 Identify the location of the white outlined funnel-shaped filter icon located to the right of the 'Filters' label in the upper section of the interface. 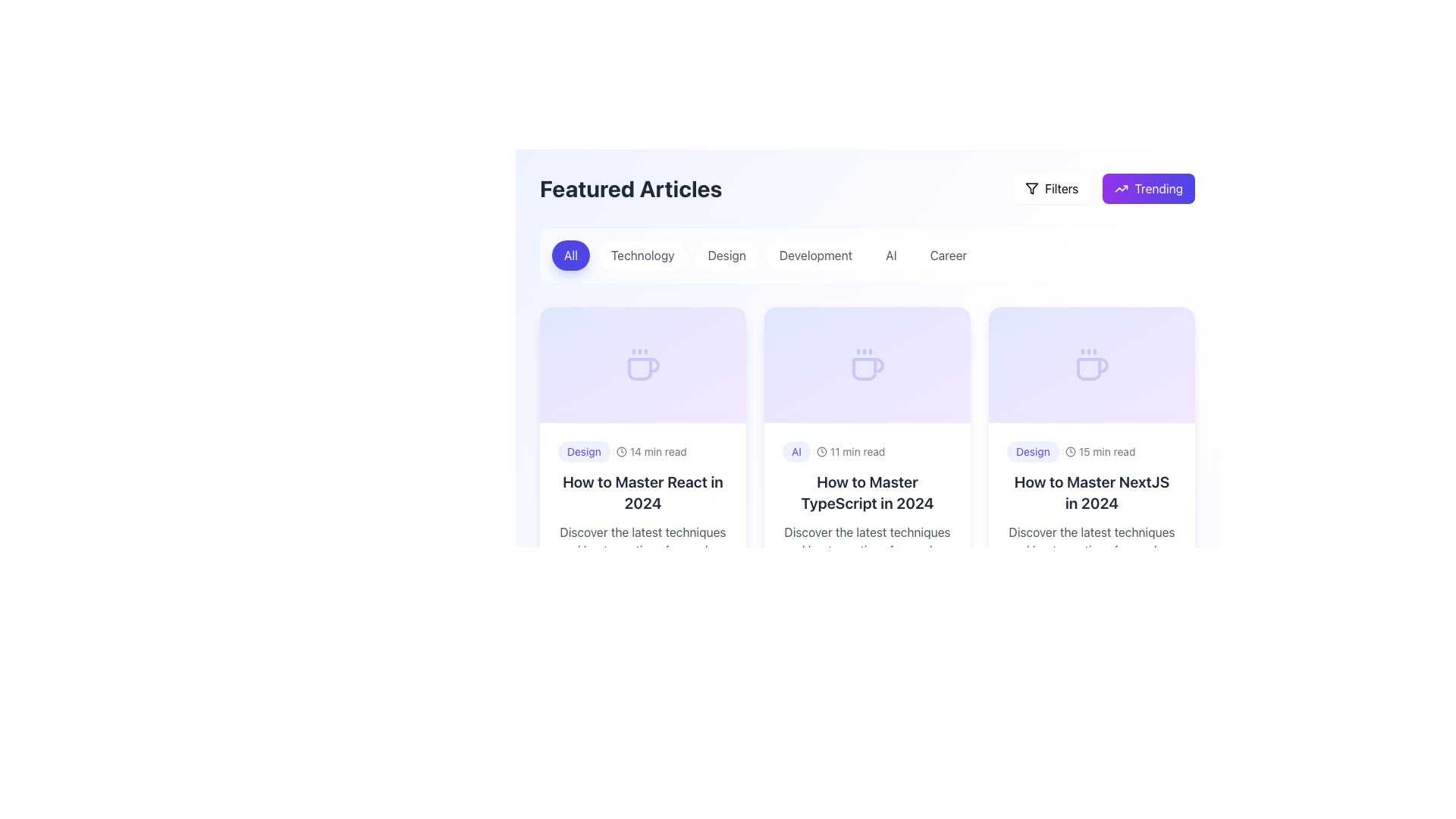
(1031, 188).